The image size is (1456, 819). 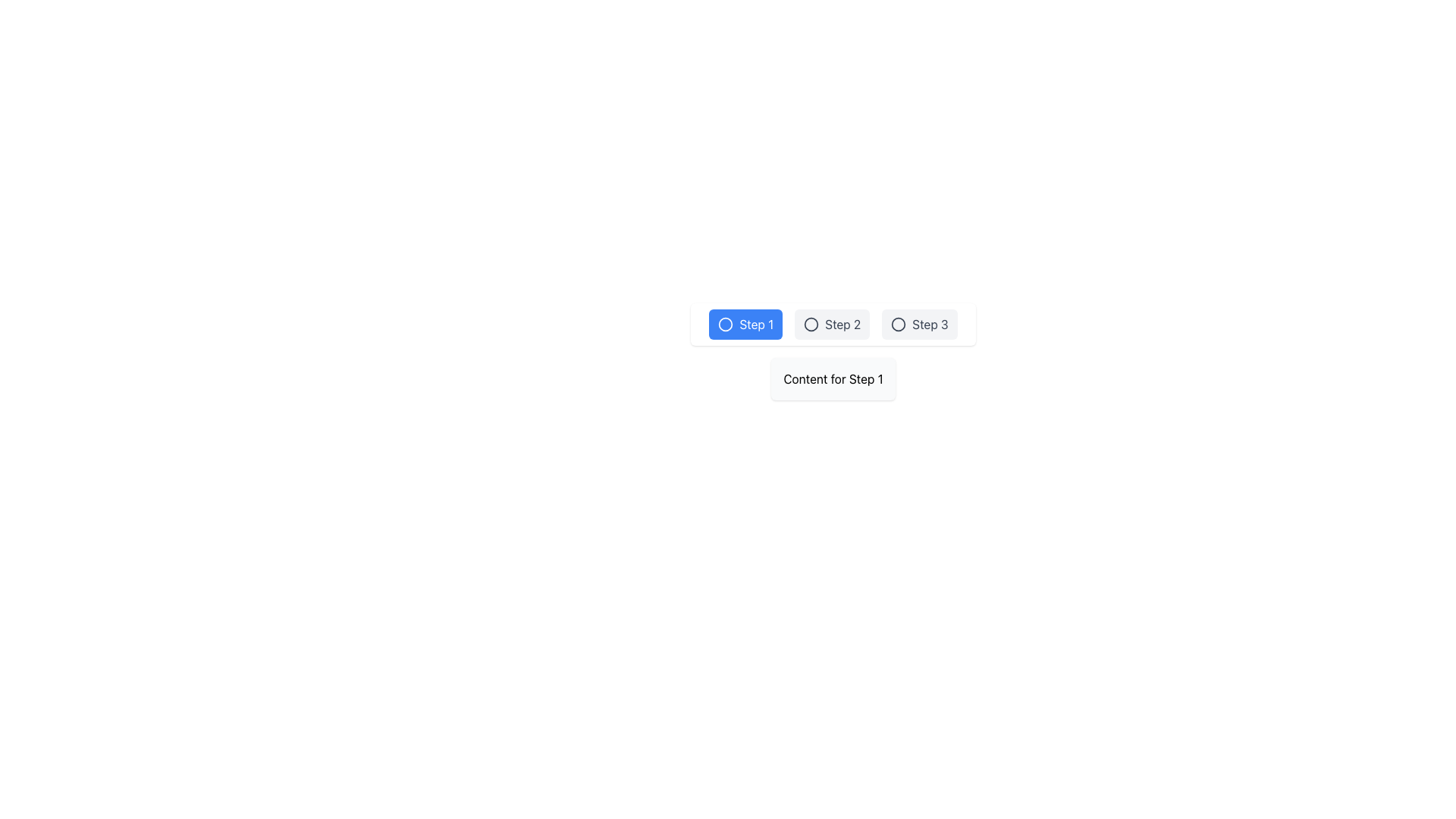 I want to click on the blue button labeled 'Step 1' with a circular icon, so click(x=745, y=324).